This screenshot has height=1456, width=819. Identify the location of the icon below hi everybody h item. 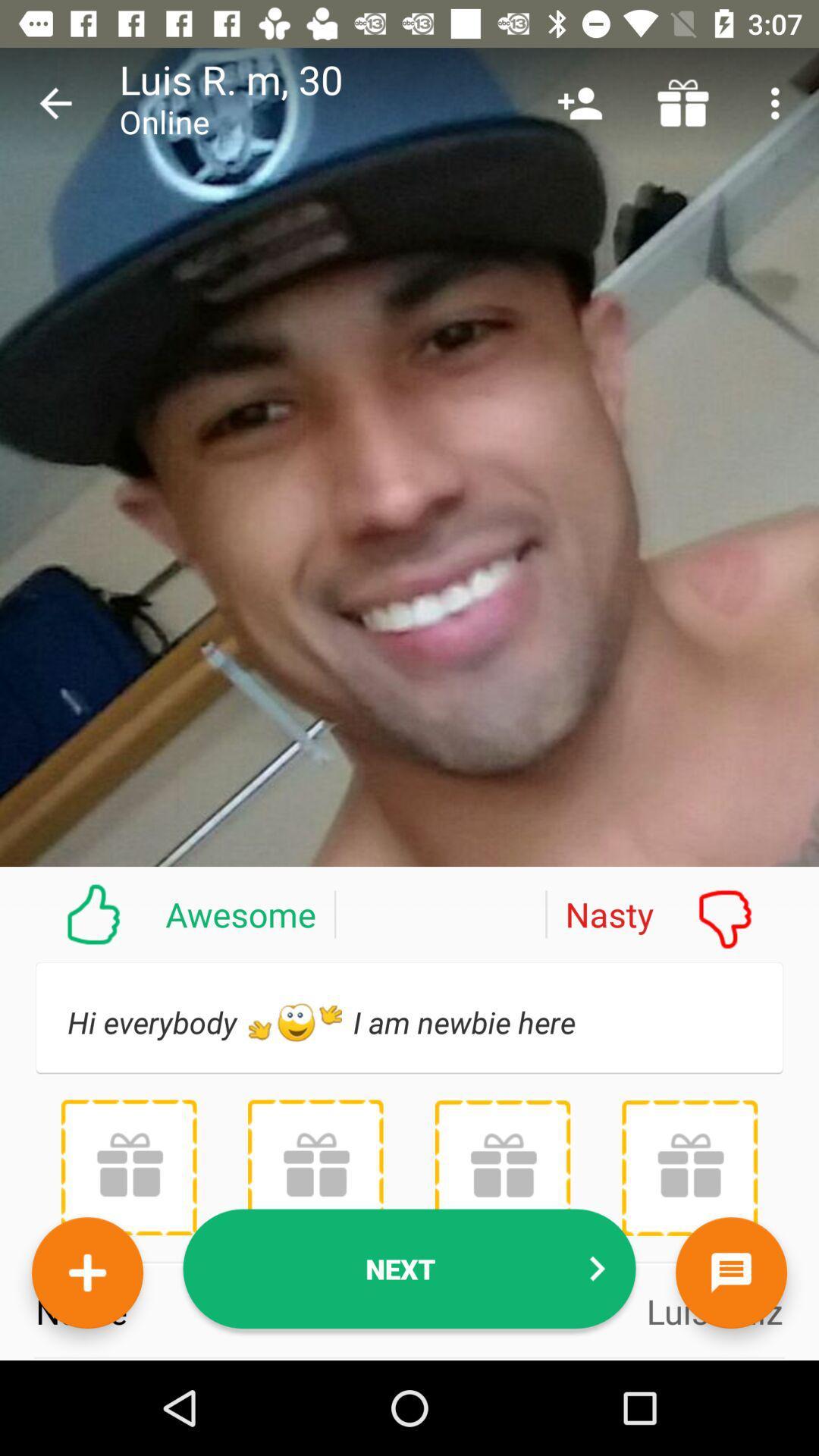
(315, 1166).